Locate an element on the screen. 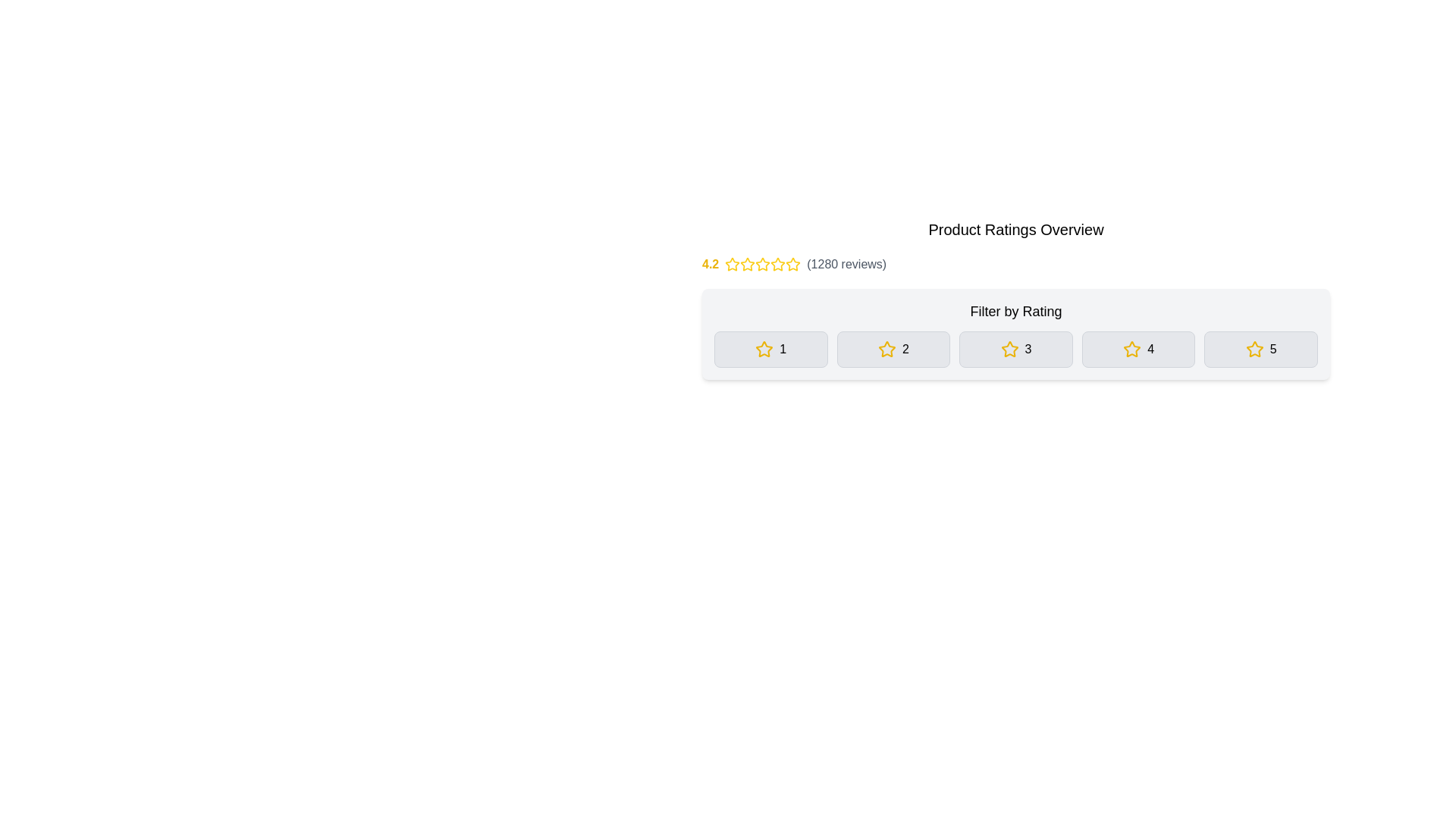  the third star-shaped icon with a yellow outline and transparent center, which serves as a rating indicator in a horizontal sequence of five stars is located at coordinates (763, 263).